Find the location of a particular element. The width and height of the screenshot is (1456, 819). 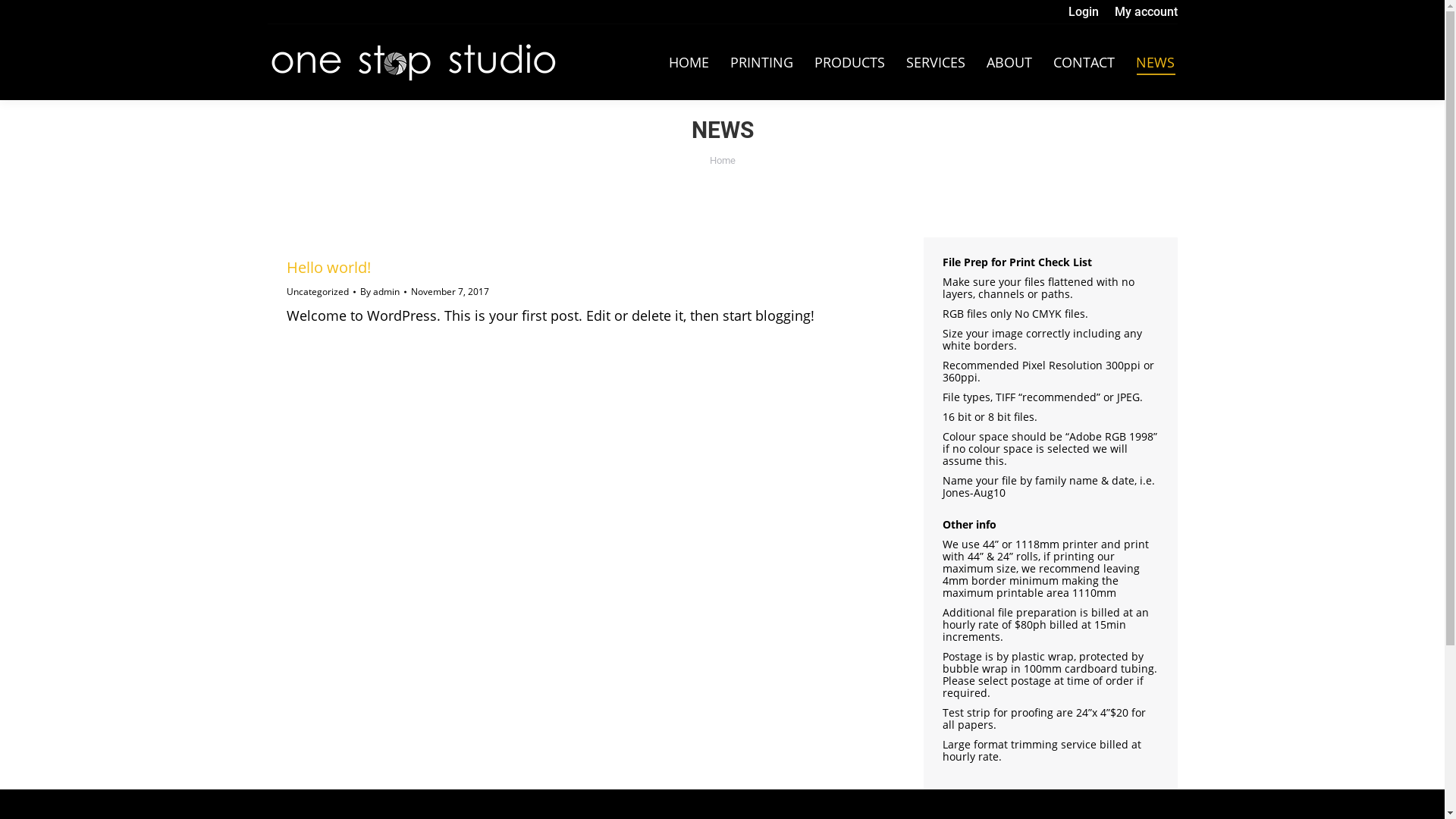

'ABOUT' is located at coordinates (1008, 61).